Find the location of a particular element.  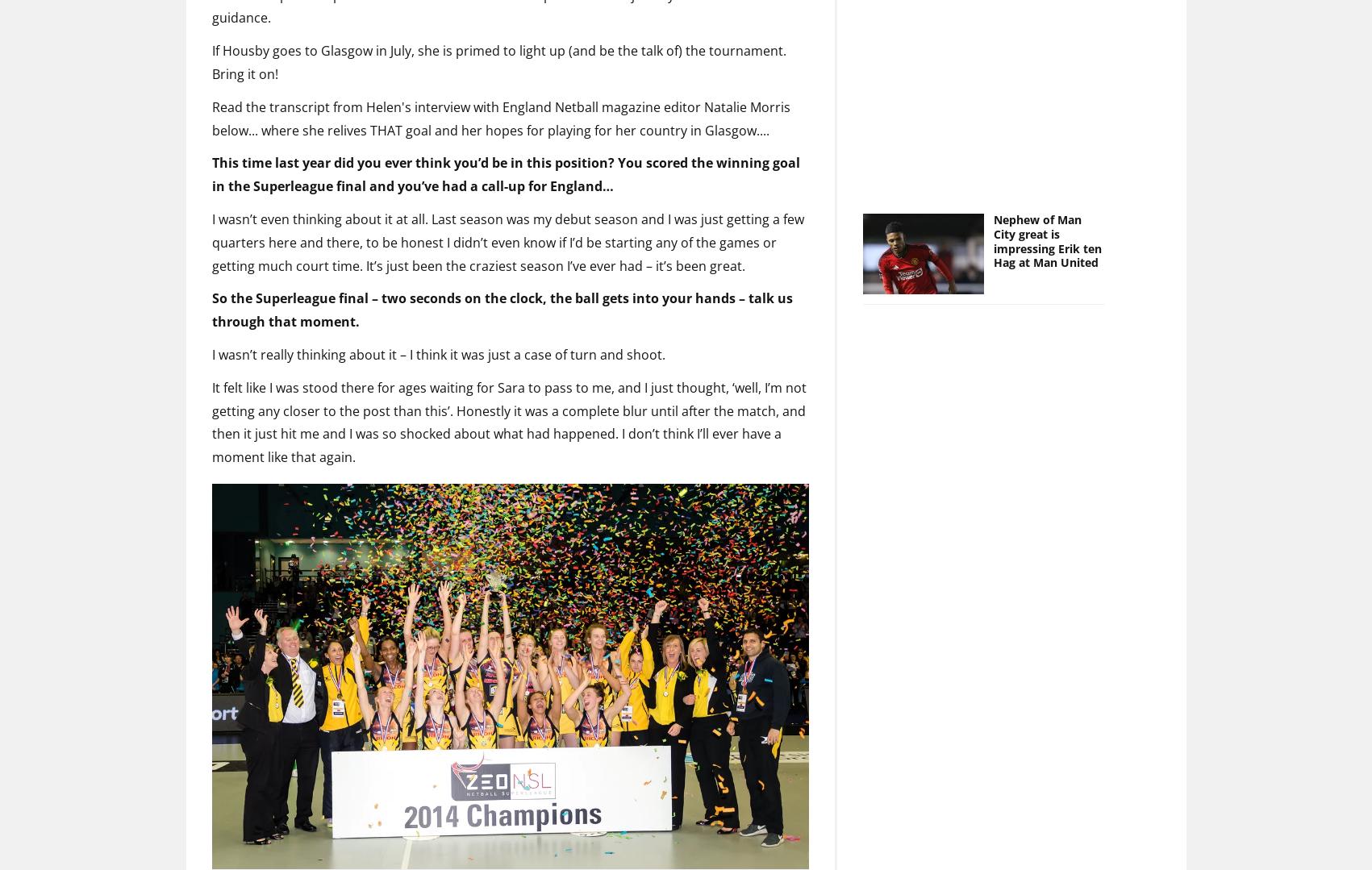

'Manchester Thunder victorious in Superleague grand final' is located at coordinates (386, 851).